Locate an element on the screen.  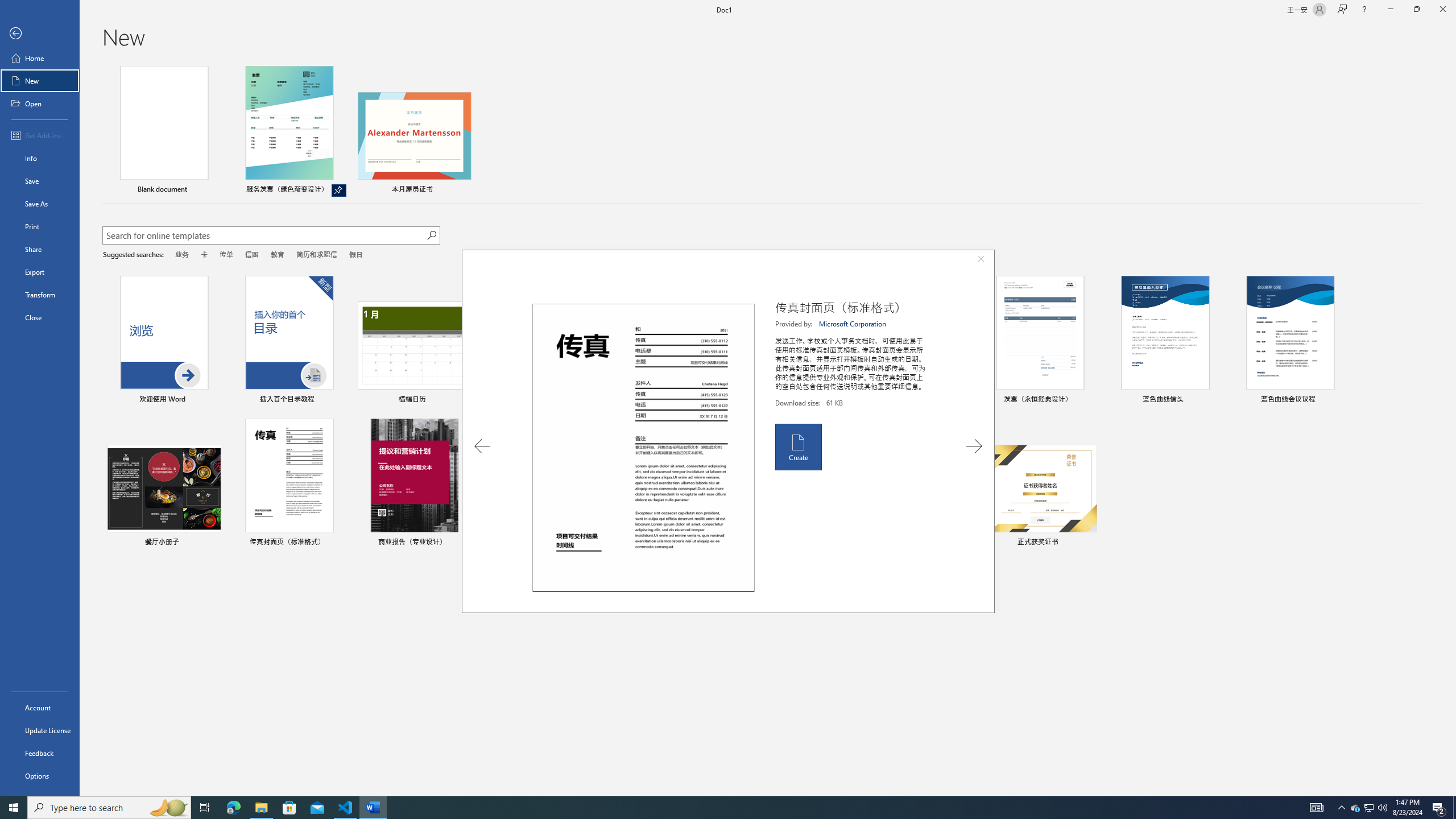
'Account' is located at coordinates (39, 708).